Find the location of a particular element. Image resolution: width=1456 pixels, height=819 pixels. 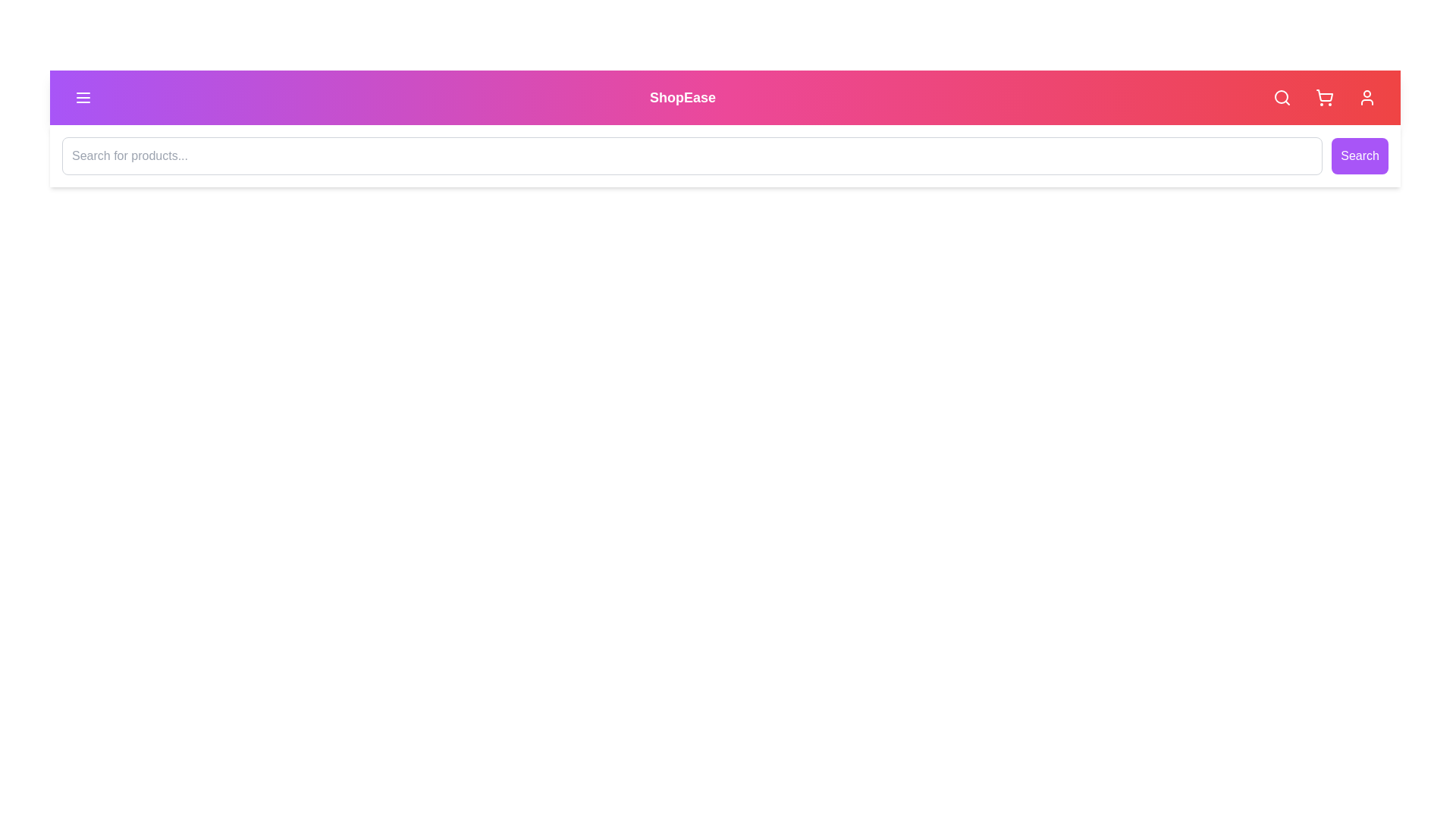

the 'User Profile' button to access the user profile is located at coordinates (1367, 97).